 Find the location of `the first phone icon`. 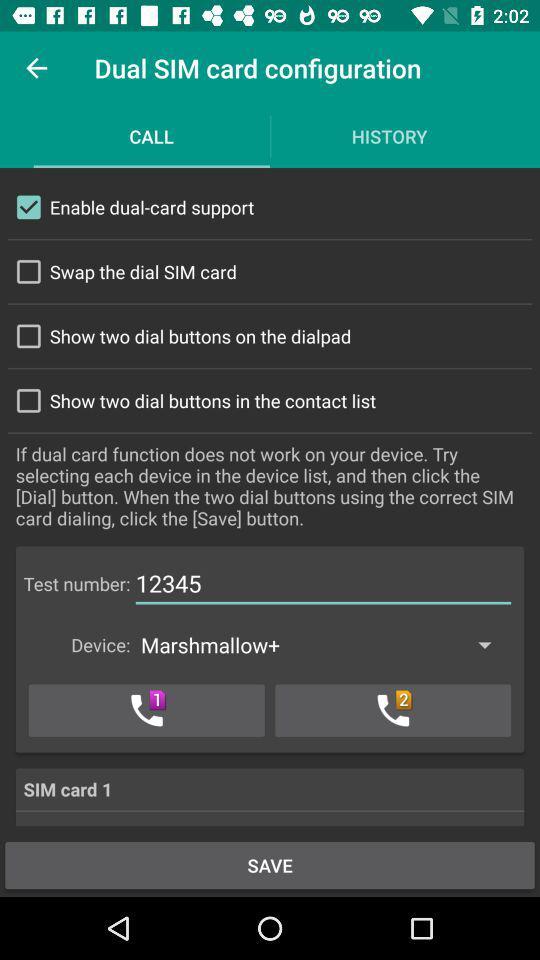

the first phone icon is located at coordinates (145, 710).